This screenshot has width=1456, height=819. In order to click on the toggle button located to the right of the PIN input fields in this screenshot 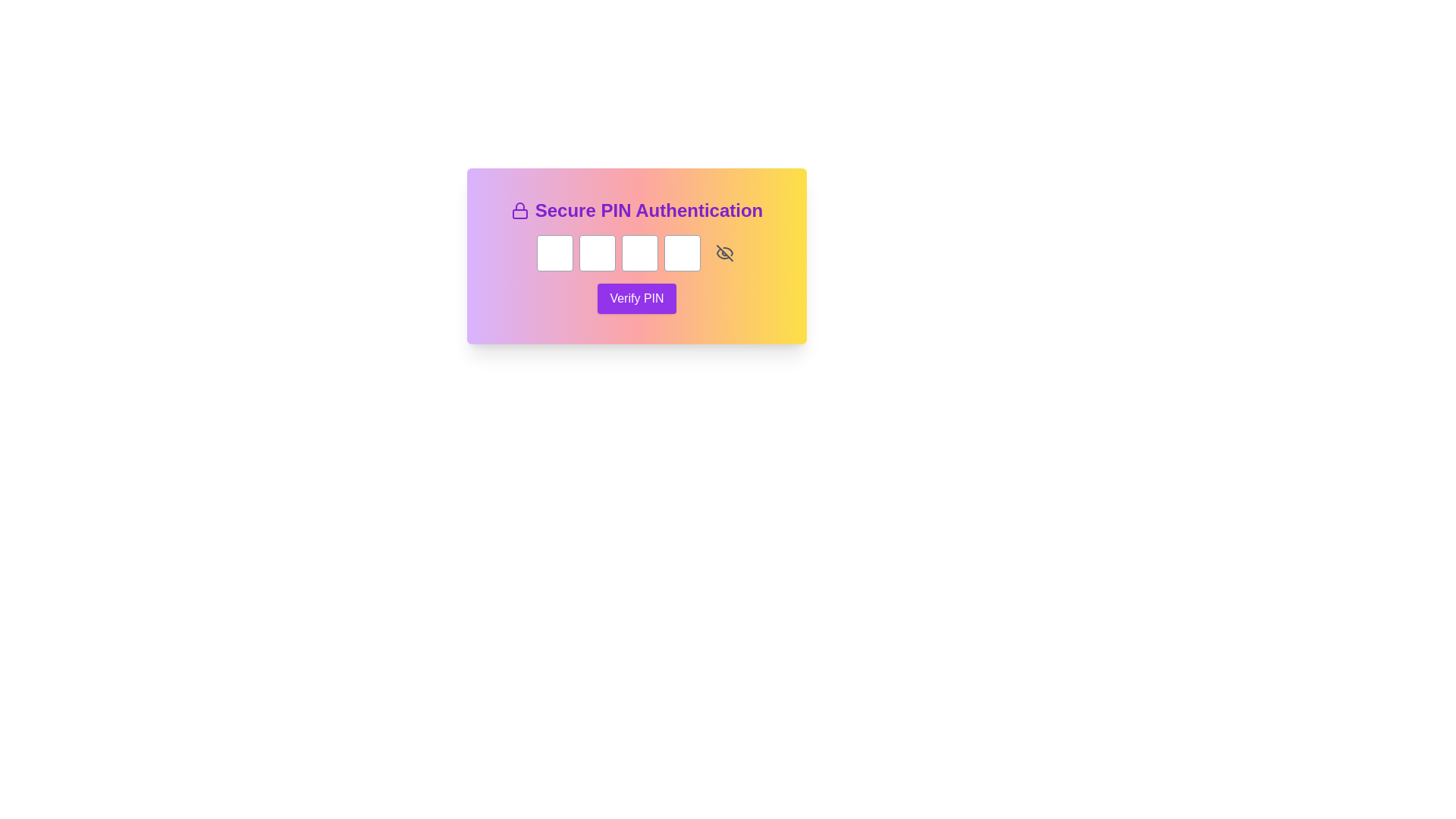, I will do `click(723, 253)`.